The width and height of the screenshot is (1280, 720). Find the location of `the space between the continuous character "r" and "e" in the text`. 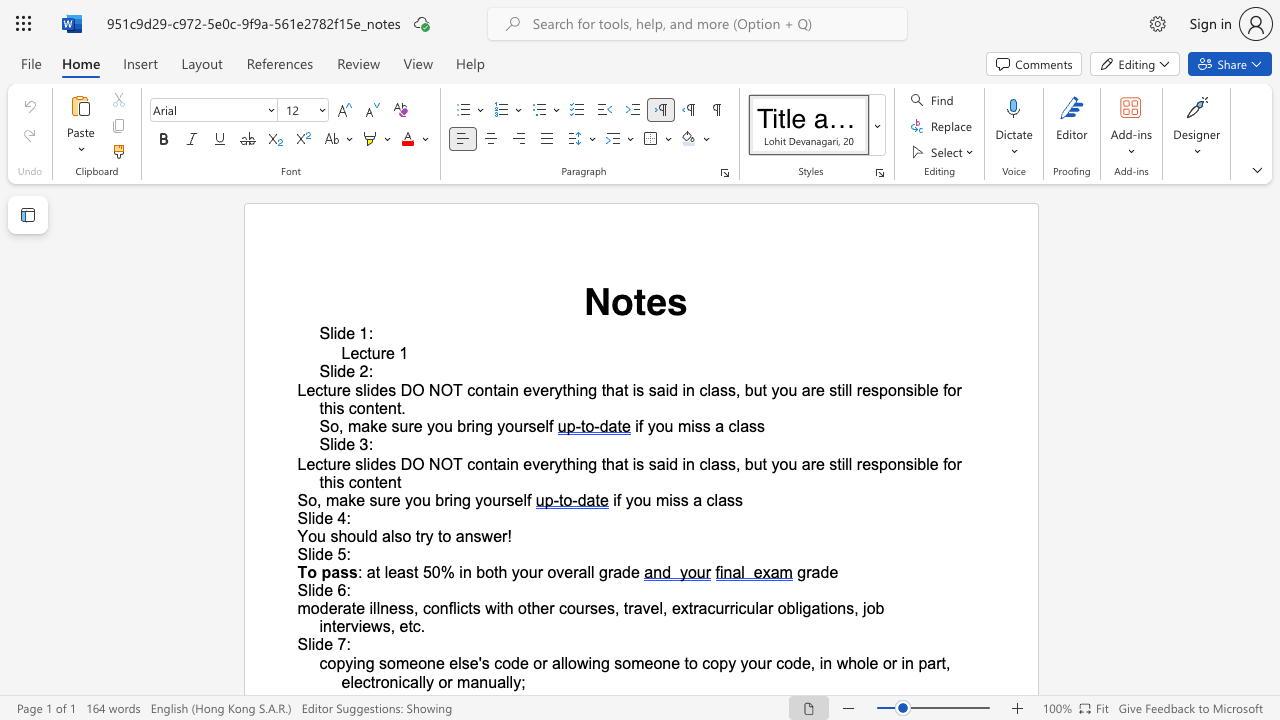

the space between the continuous character "r" and "e" in the text is located at coordinates (392, 499).